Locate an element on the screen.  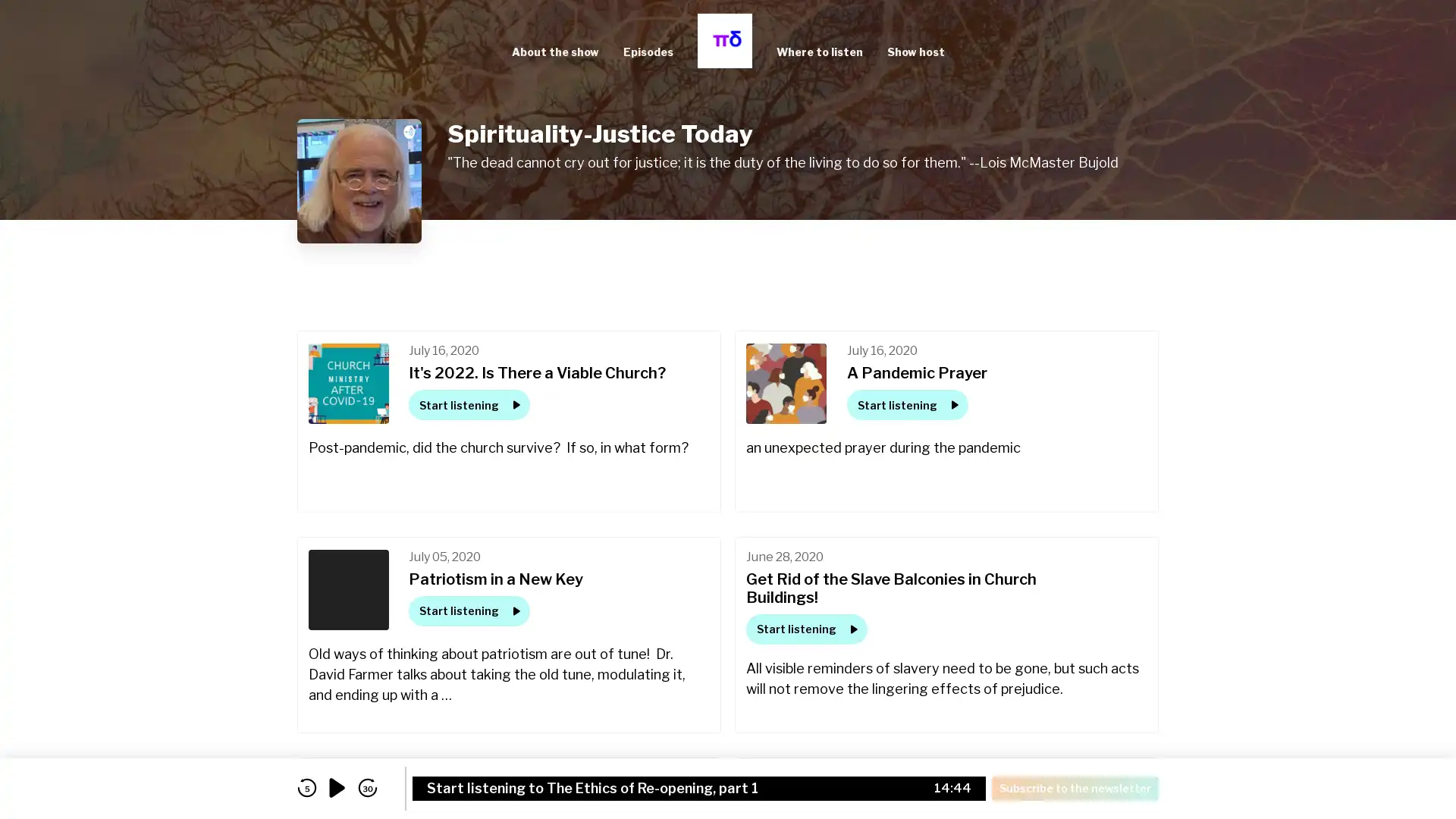
Start listening is located at coordinates (469, 610).